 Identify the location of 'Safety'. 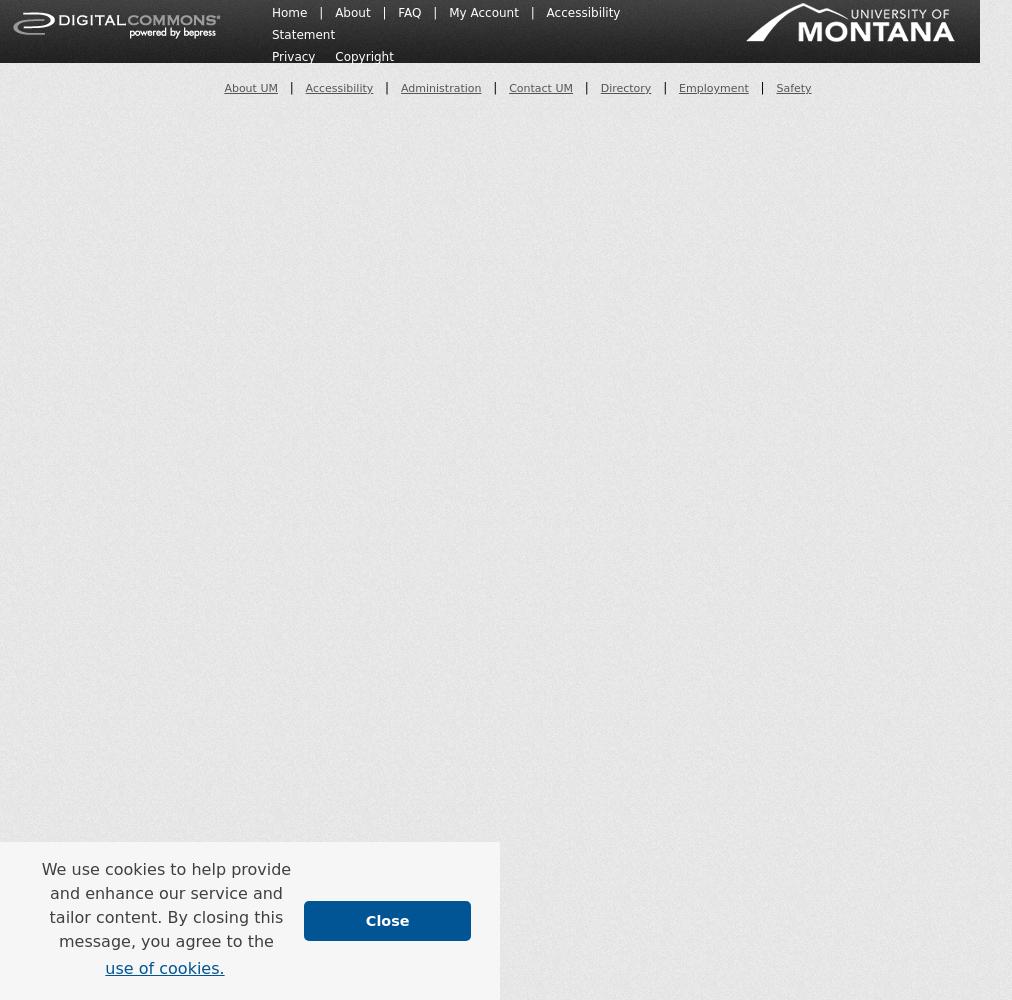
(792, 86).